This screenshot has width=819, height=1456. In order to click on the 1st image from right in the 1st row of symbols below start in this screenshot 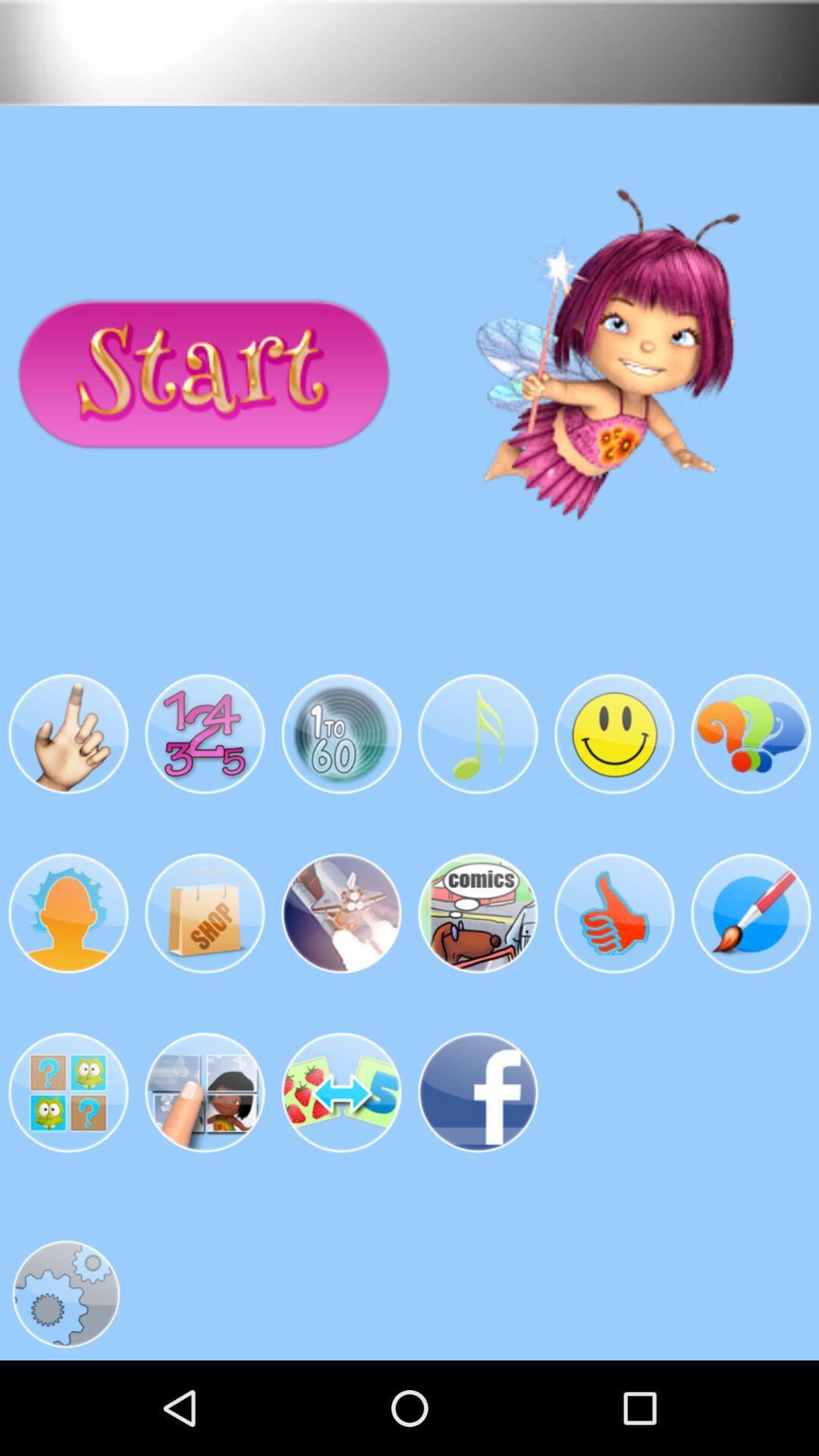, I will do `click(751, 735)`.